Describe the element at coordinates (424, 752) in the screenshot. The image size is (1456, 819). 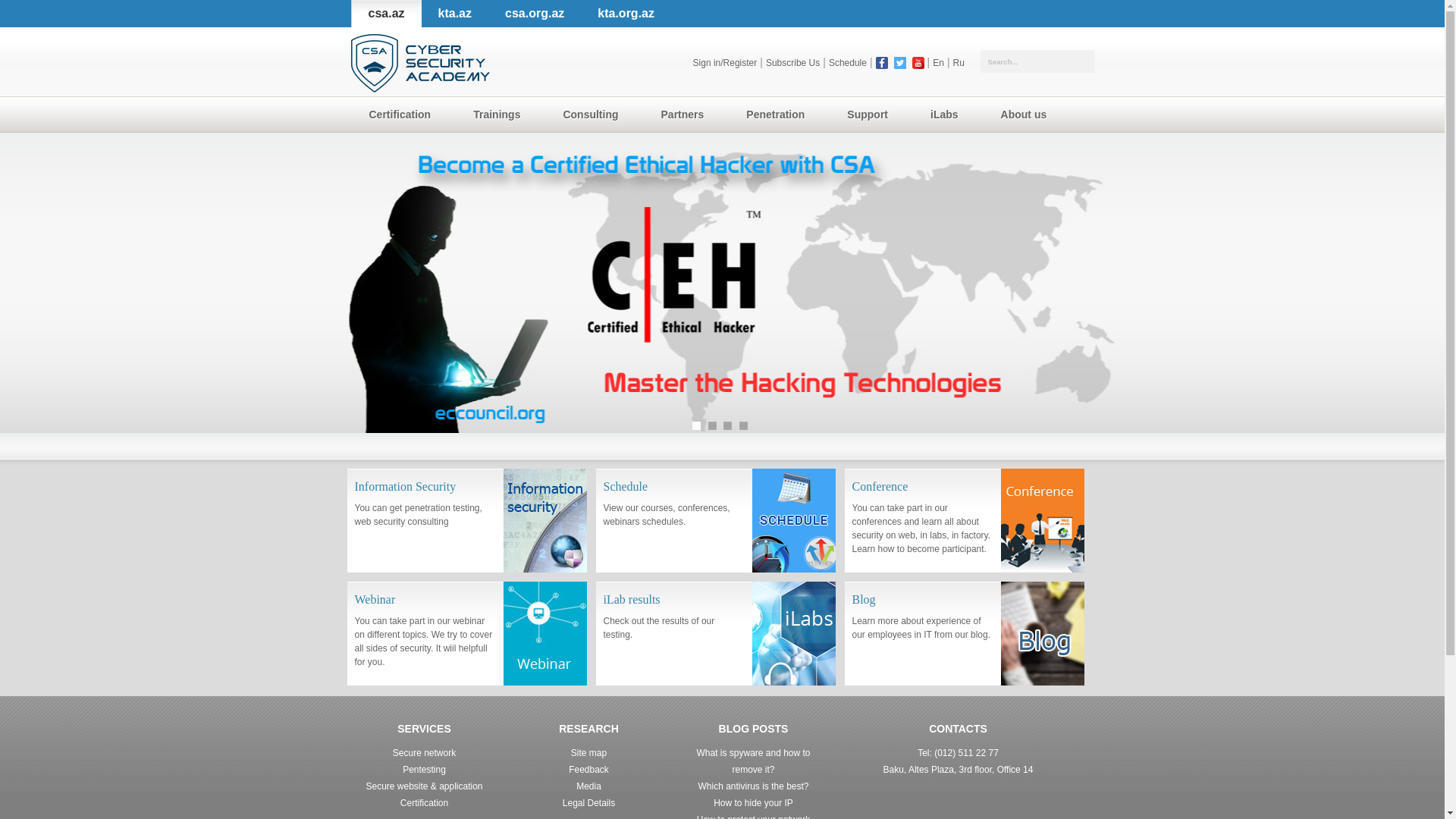
I see `'Secure network'` at that location.